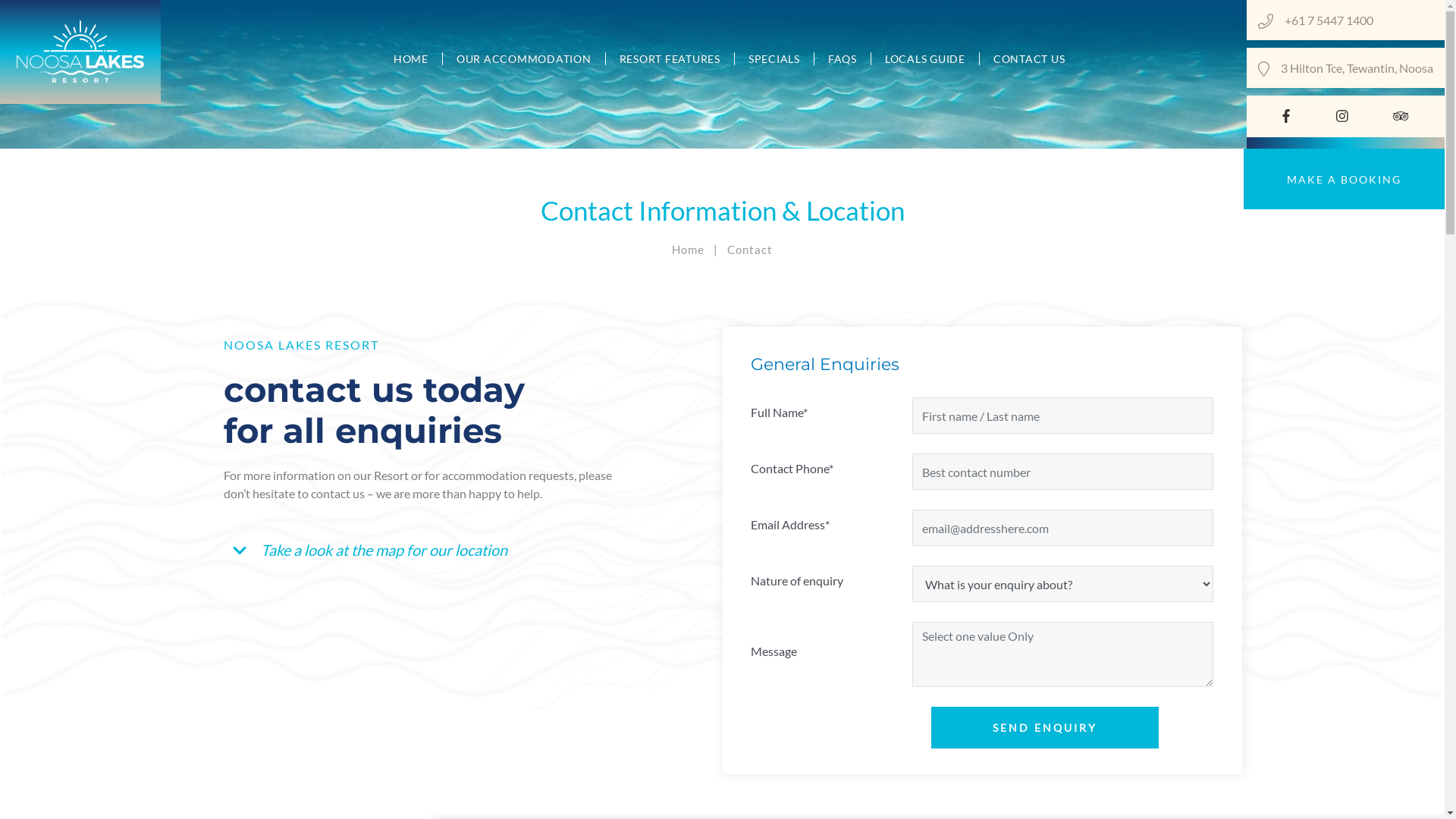  I want to click on 'OUR ACCOMMODATION', so click(524, 58).